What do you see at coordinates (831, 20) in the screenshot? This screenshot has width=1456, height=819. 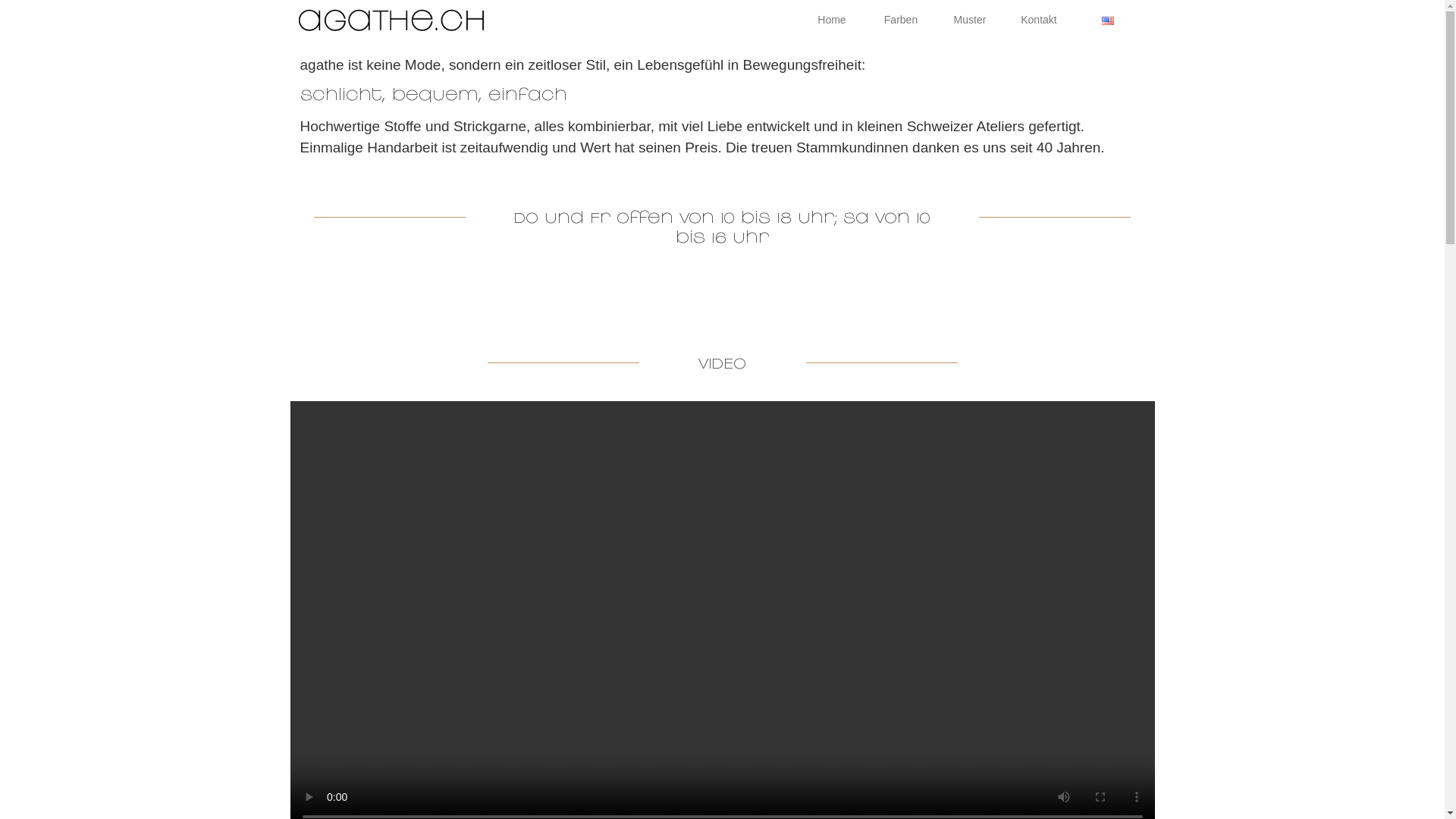 I see `'Home'` at bounding box center [831, 20].